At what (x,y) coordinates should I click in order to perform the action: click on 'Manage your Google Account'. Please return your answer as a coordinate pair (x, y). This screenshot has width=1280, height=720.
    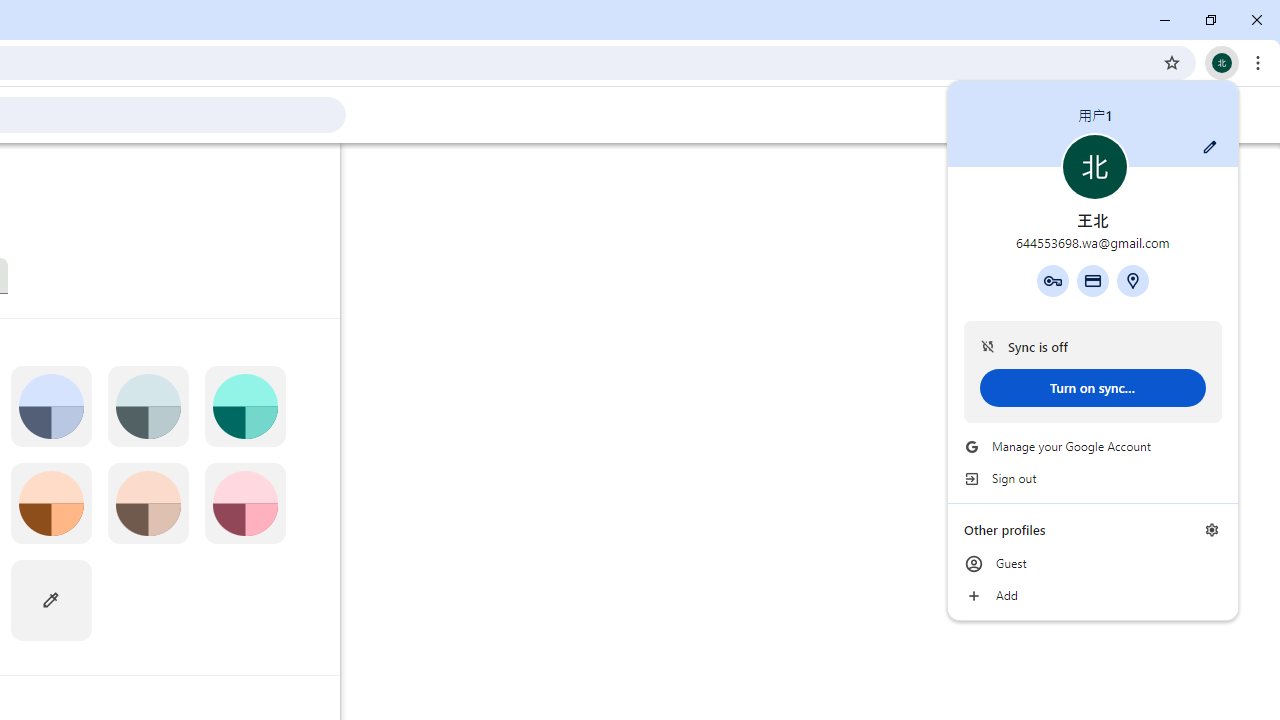
    Looking at the image, I should click on (1092, 446).